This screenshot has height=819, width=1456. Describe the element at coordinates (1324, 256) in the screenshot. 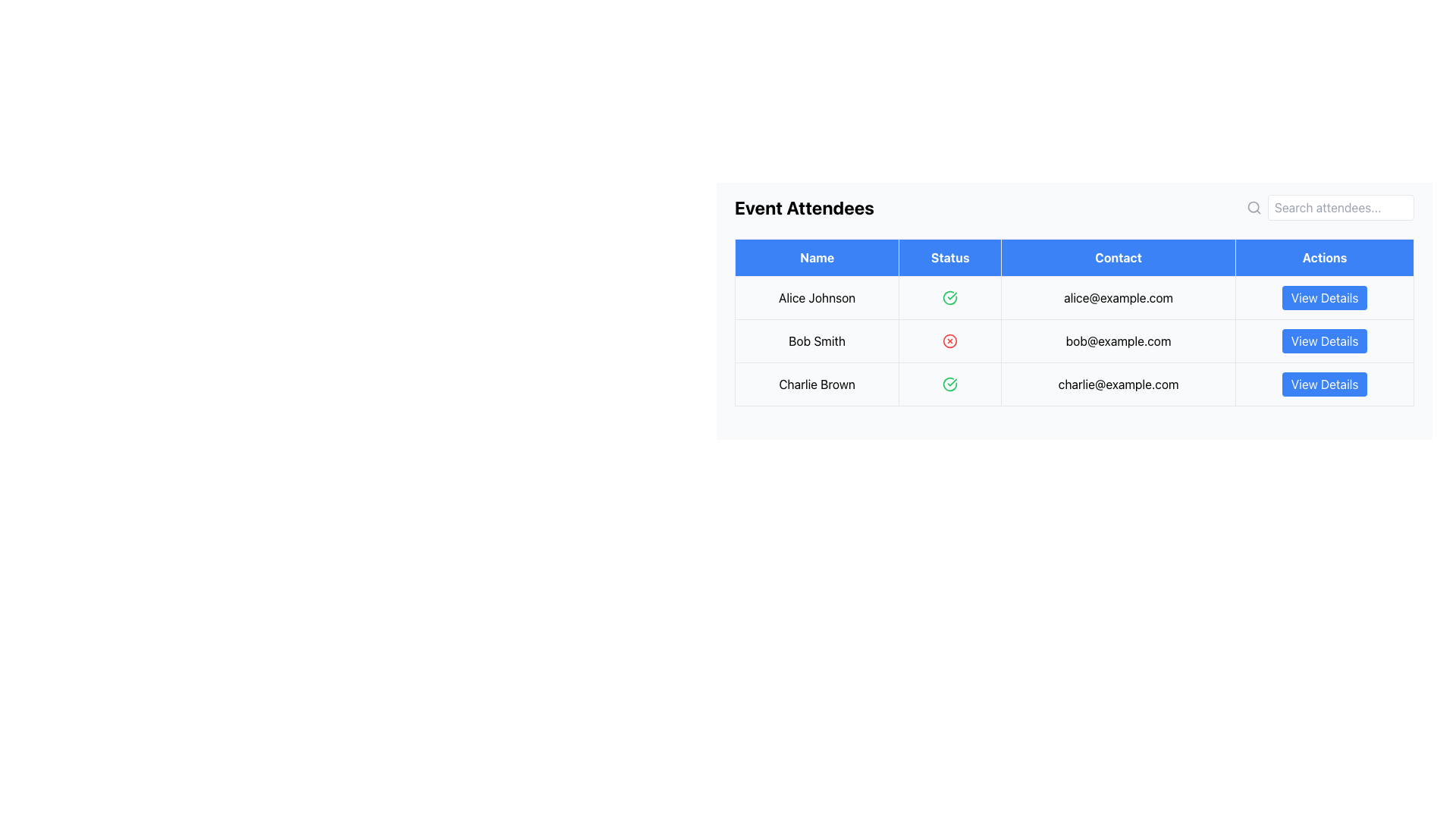

I see `the 'Actions' column header text label in the table, which categorizes the type of data displayed below` at that location.